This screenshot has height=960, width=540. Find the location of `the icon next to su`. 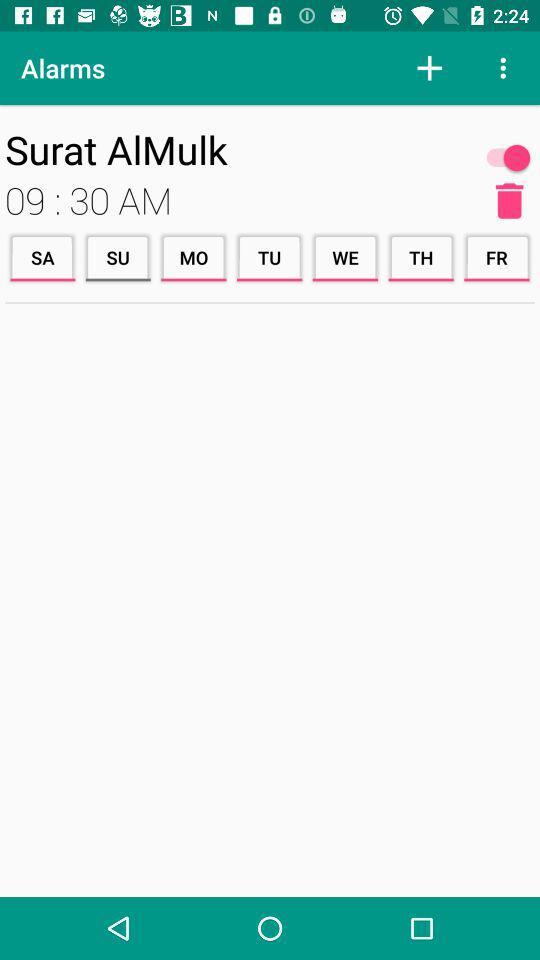

the icon next to su is located at coordinates (42, 256).